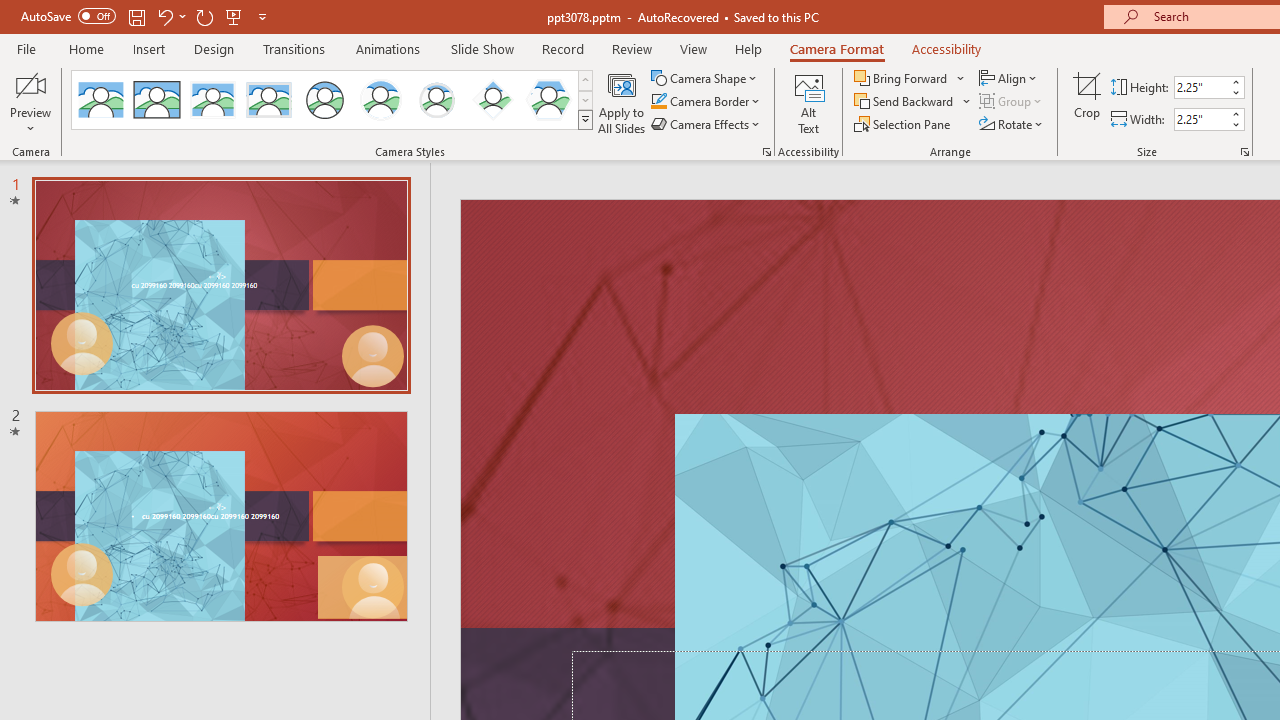  I want to click on 'Group', so click(1012, 101).